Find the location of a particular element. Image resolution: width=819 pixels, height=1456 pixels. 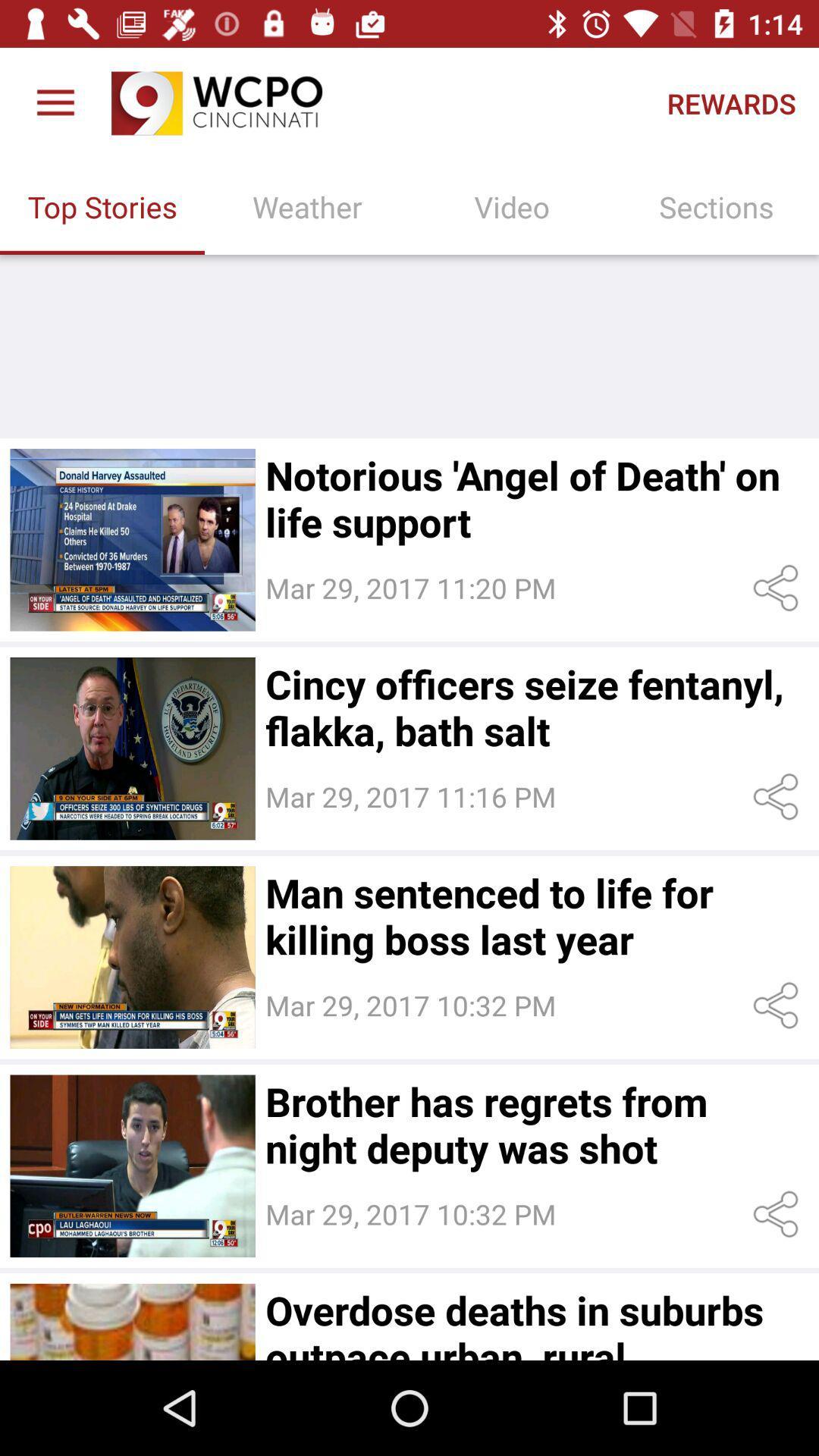

share is located at coordinates (779, 587).